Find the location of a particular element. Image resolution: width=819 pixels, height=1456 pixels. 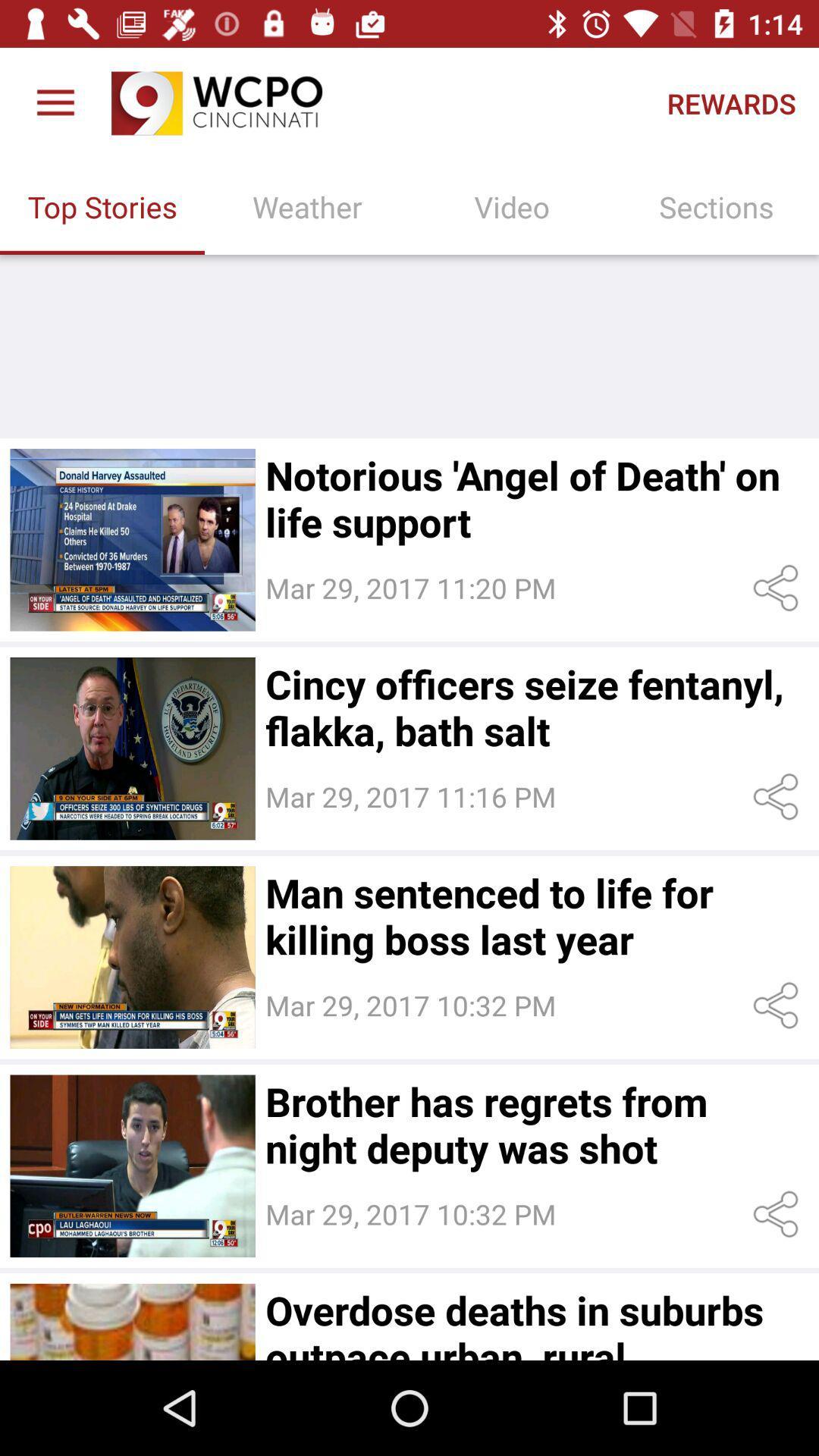

share is located at coordinates (779, 587).